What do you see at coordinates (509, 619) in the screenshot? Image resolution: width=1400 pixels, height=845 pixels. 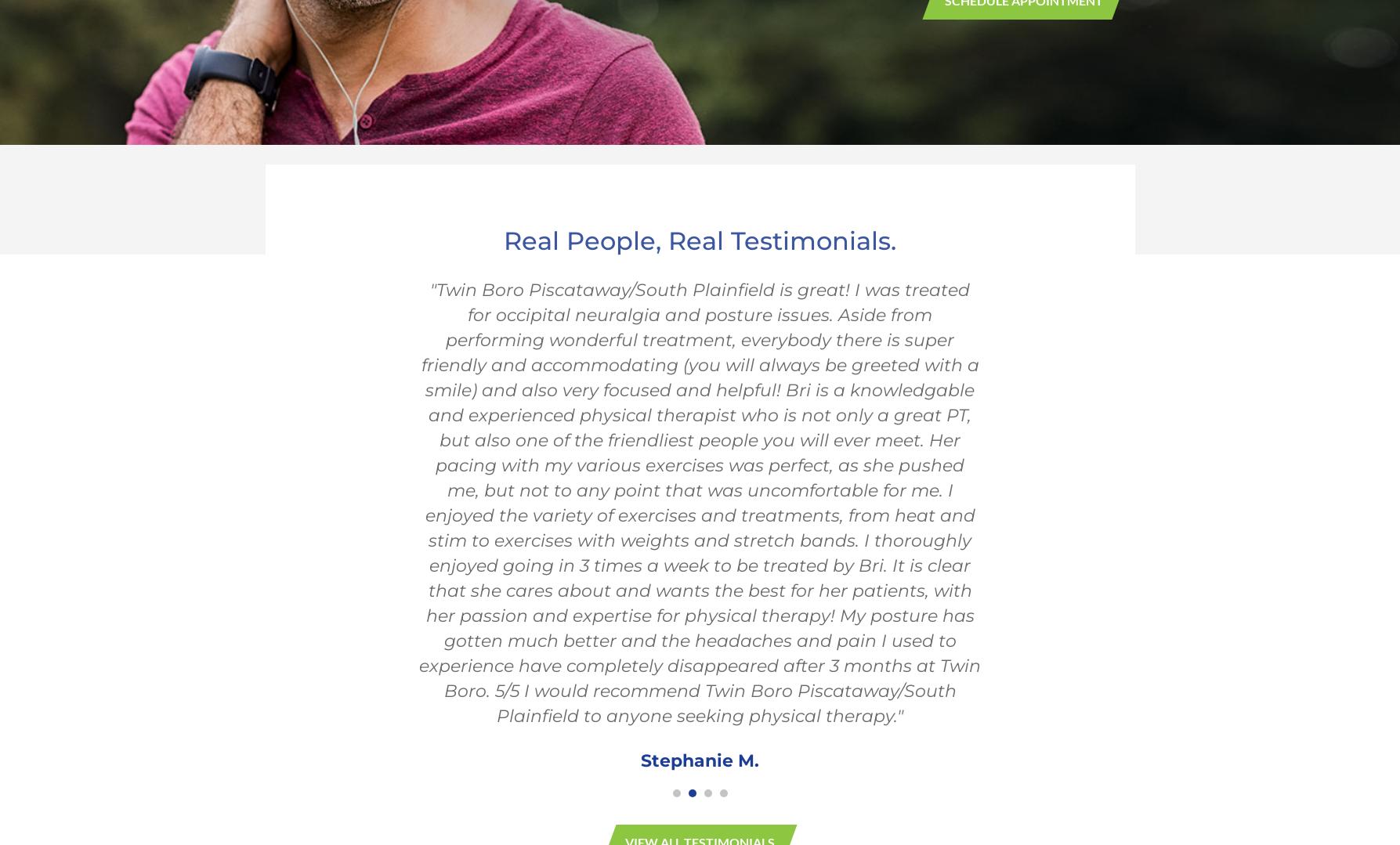 I see `'We have'` at bounding box center [509, 619].